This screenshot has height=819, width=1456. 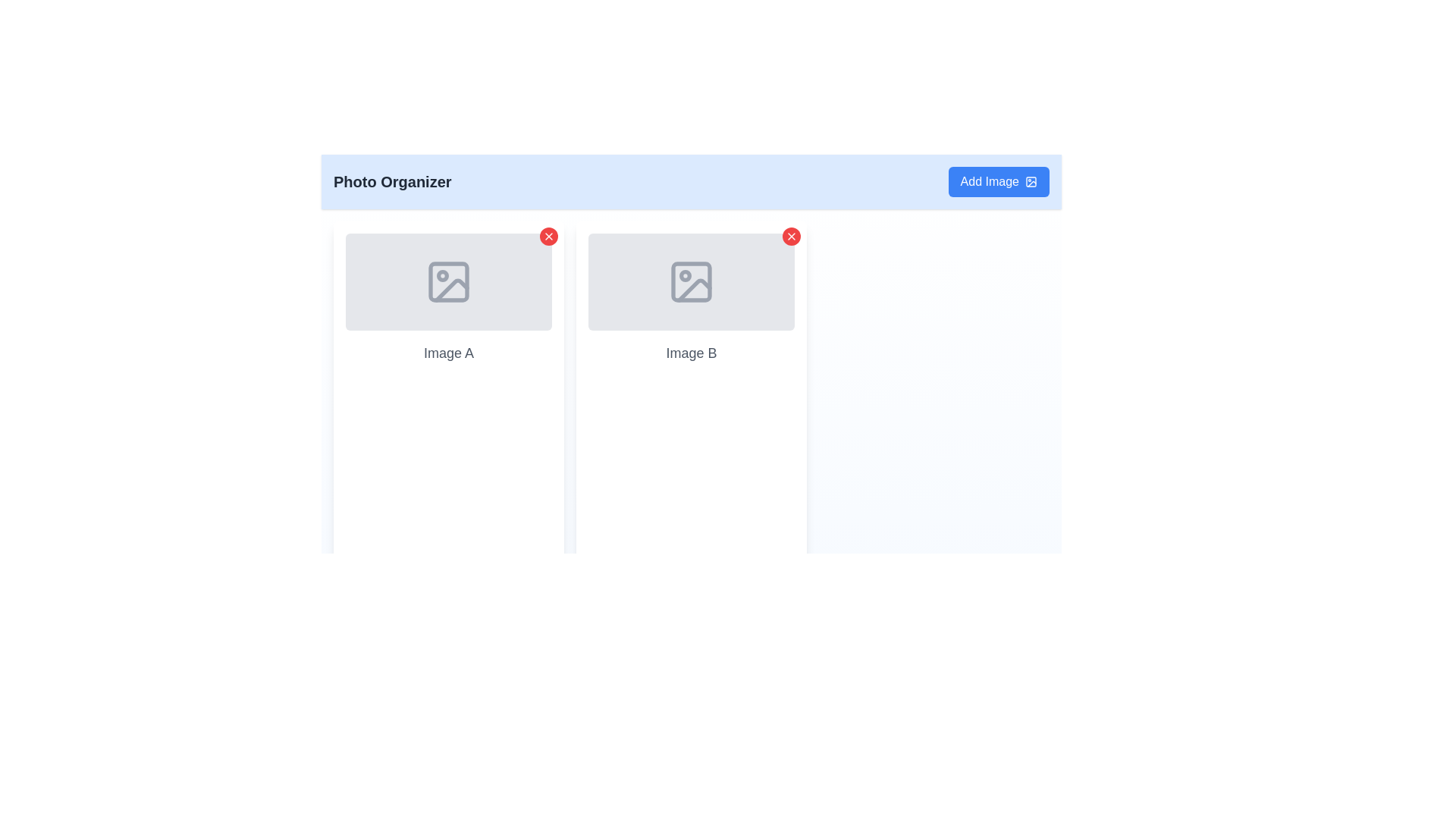 I want to click on the small red circular button with a white cross icon ('X') located at the top-right corner of 'Image A' card for tooltip or style change, so click(x=548, y=237).